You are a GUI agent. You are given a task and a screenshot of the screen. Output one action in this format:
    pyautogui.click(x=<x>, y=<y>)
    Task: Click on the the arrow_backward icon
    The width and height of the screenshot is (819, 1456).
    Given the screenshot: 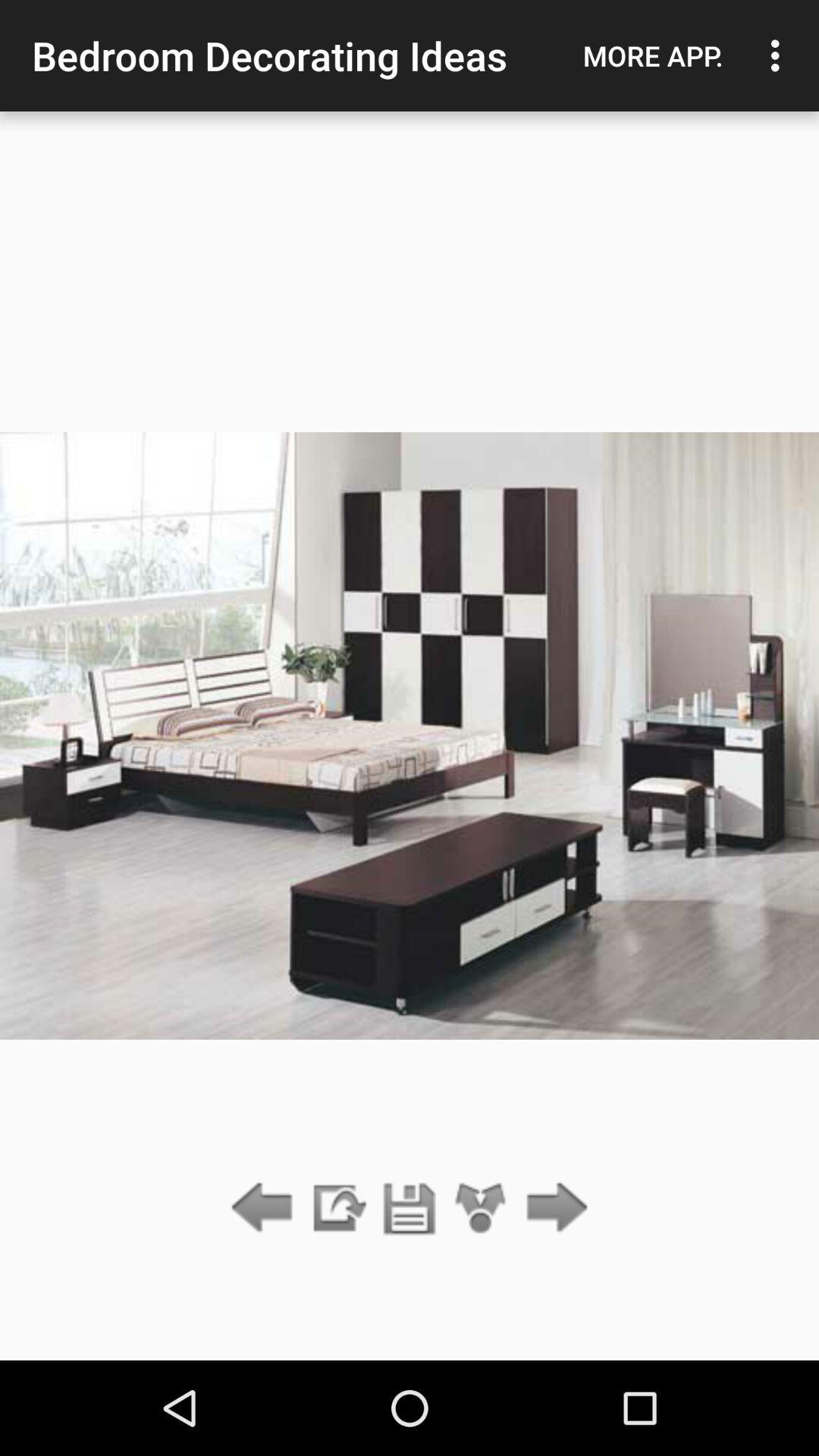 What is the action you would take?
    pyautogui.click(x=265, y=1208)
    